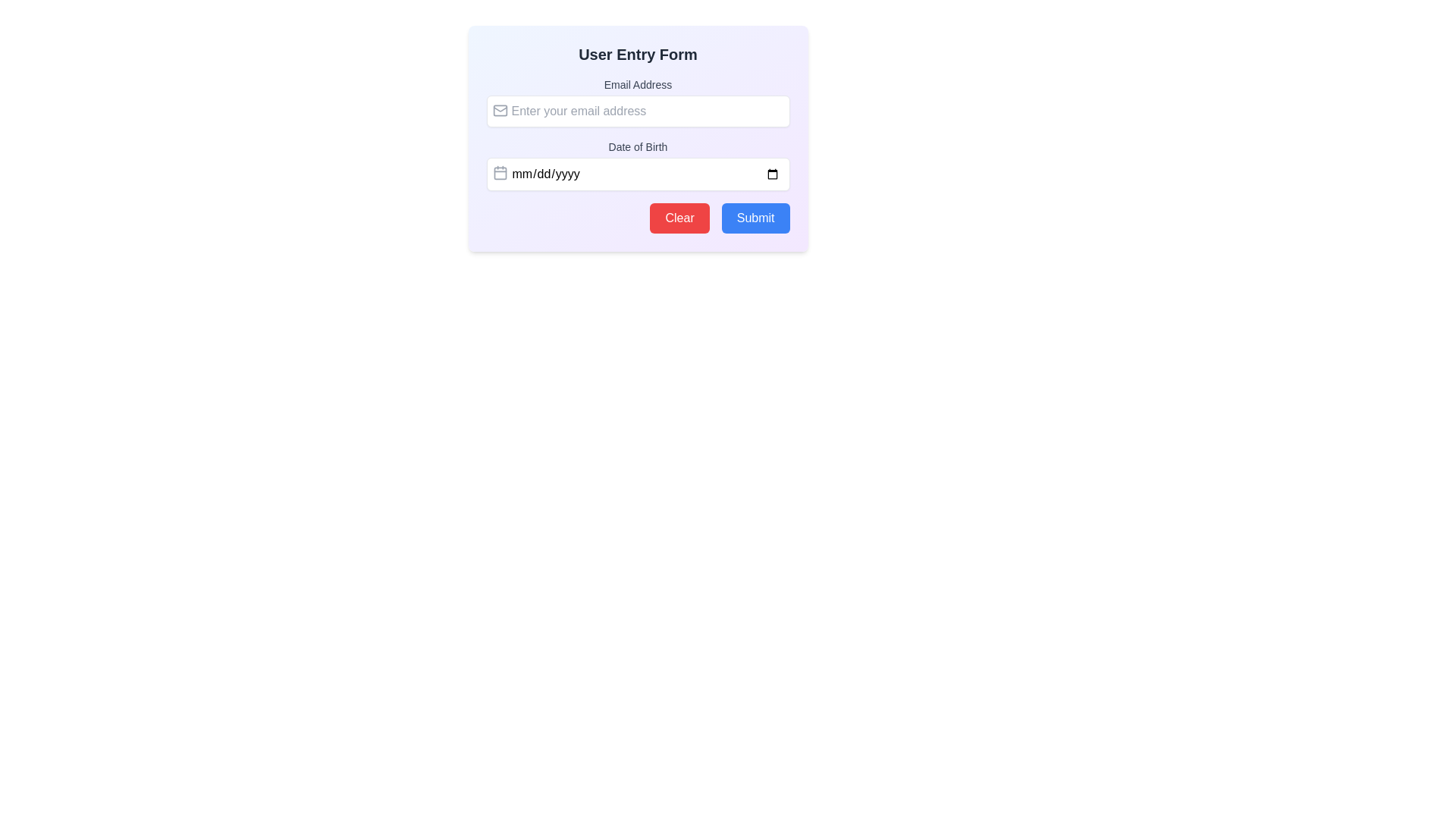  What do you see at coordinates (638, 110) in the screenshot?
I see `the Text Input field for entering an email address located below the 'Email Address' label and above the 'Date of Birth' input field in the 'User Entry Form' interface` at bounding box center [638, 110].